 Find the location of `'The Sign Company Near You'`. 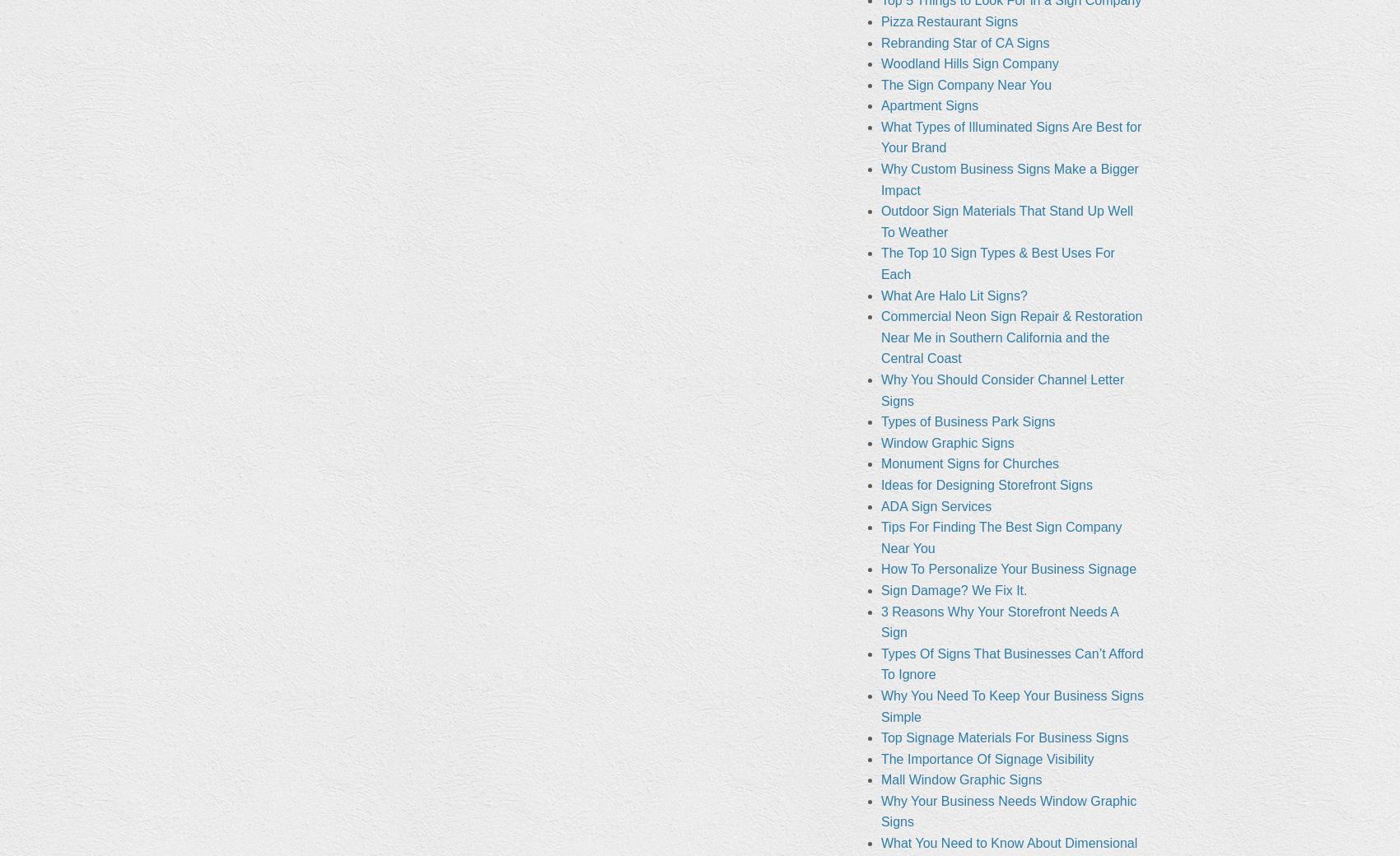

'The Sign Company Near You' is located at coordinates (880, 83).